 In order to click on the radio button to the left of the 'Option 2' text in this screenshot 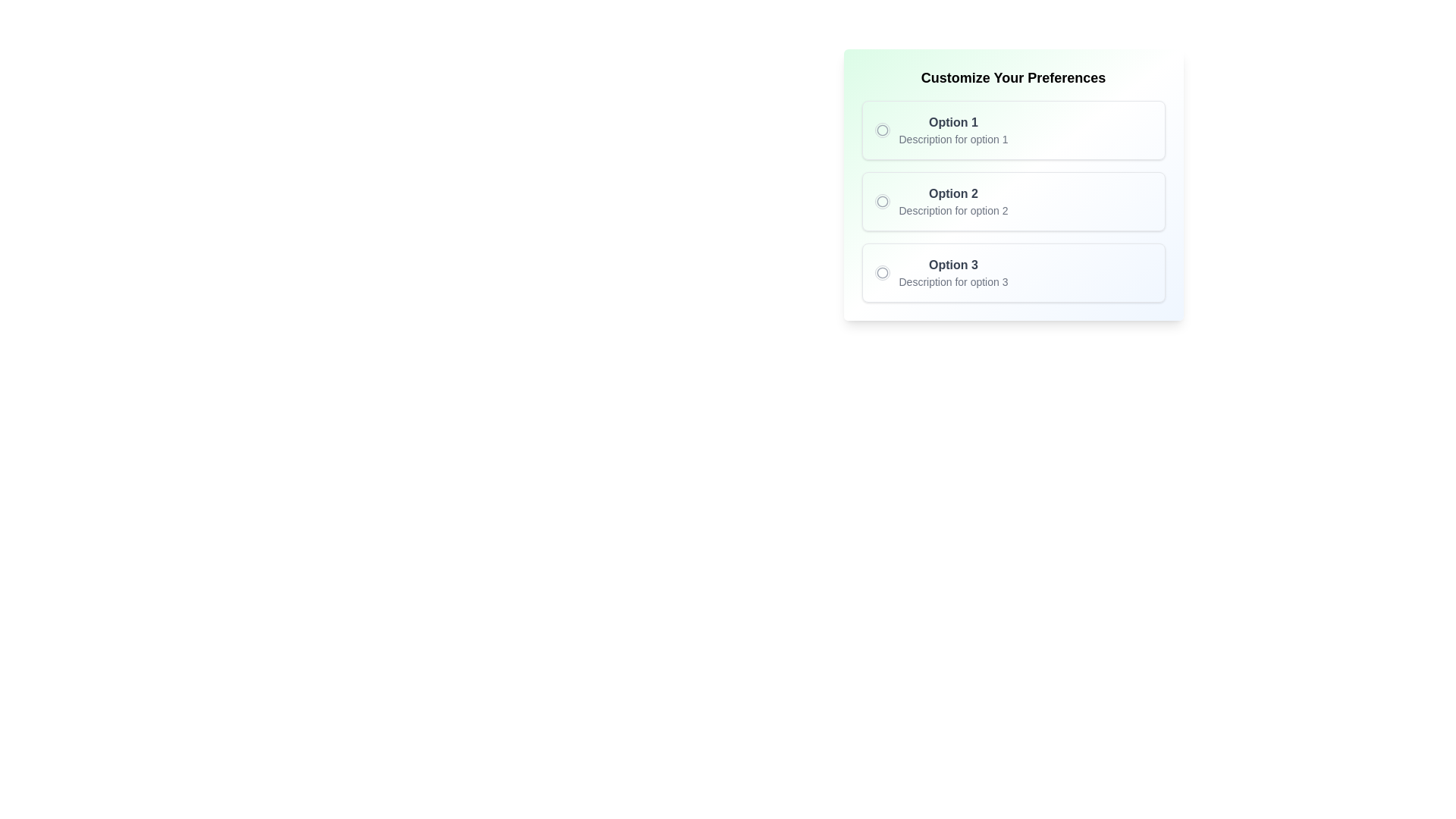, I will do `click(882, 201)`.